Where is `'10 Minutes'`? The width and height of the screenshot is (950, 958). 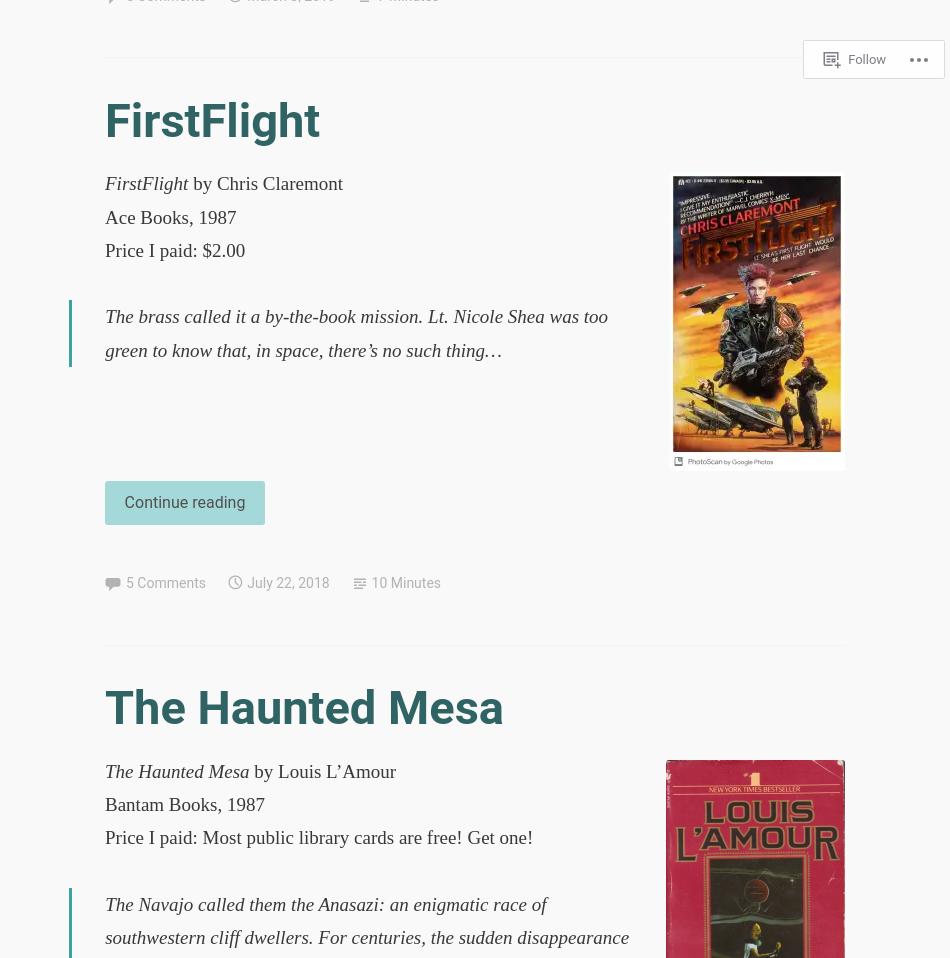 '10 Minutes' is located at coordinates (405, 583).